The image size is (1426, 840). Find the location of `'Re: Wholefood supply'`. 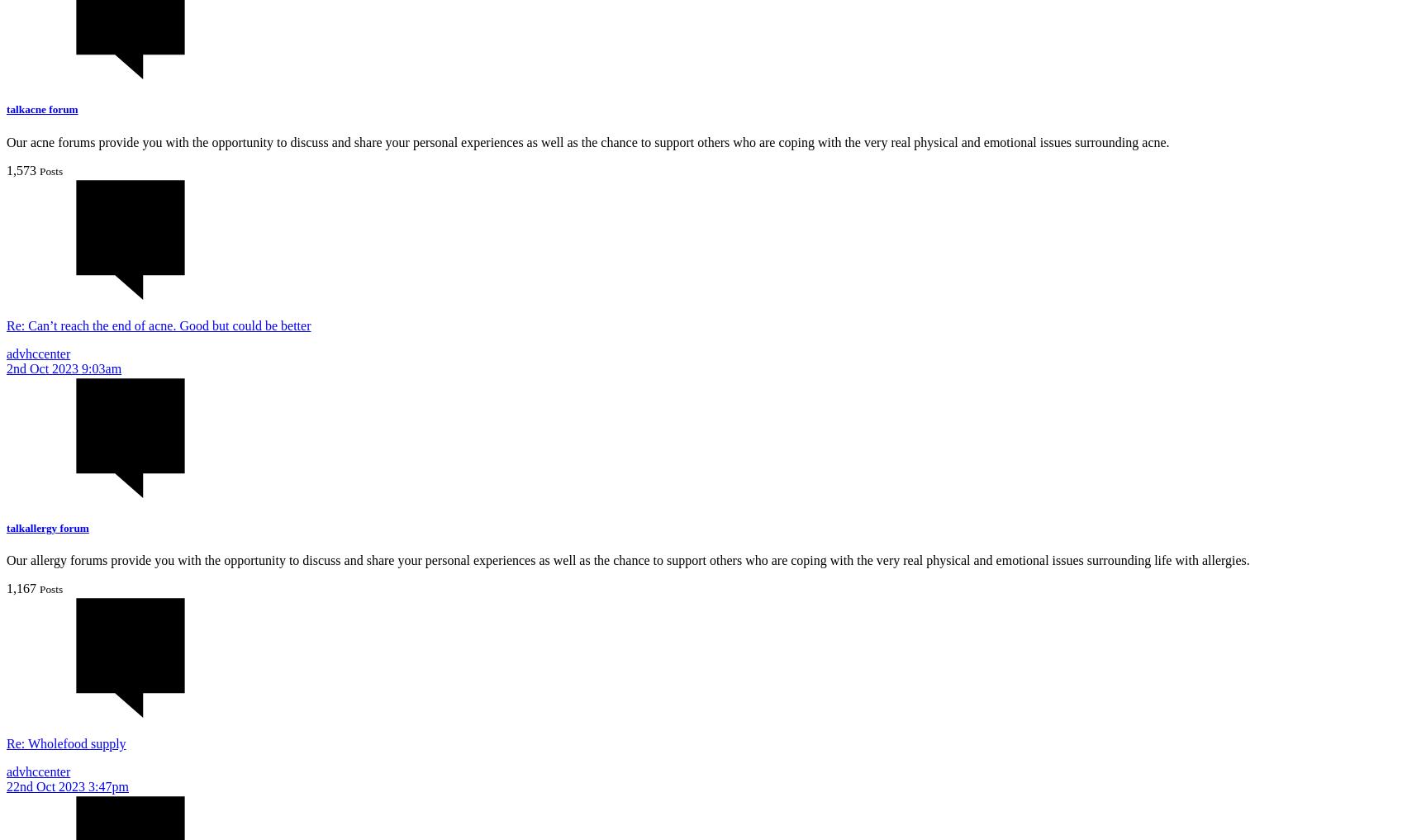

'Re: Wholefood supply' is located at coordinates (65, 743).